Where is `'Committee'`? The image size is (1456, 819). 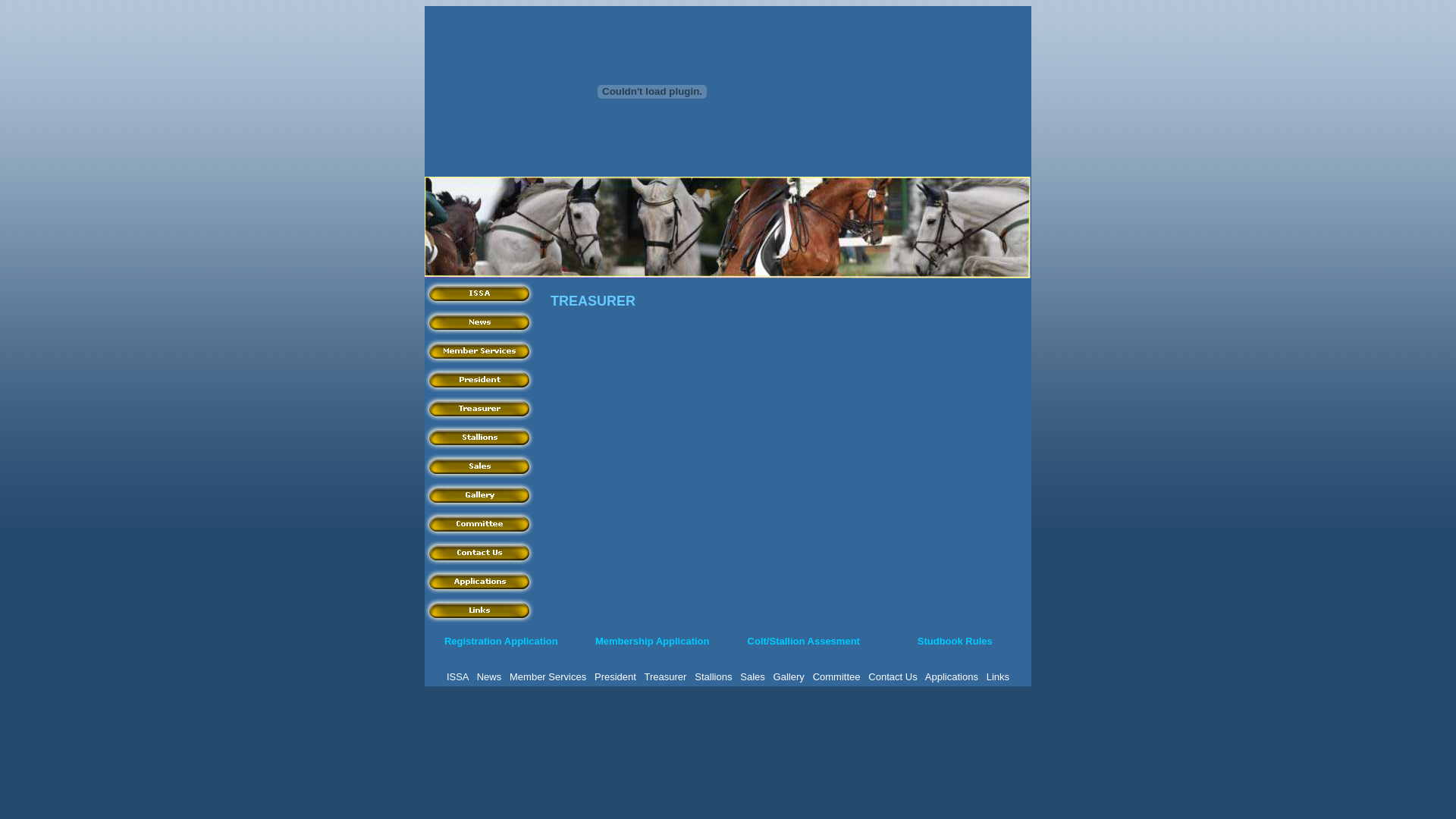
'Committee' is located at coordinates (425, 522).